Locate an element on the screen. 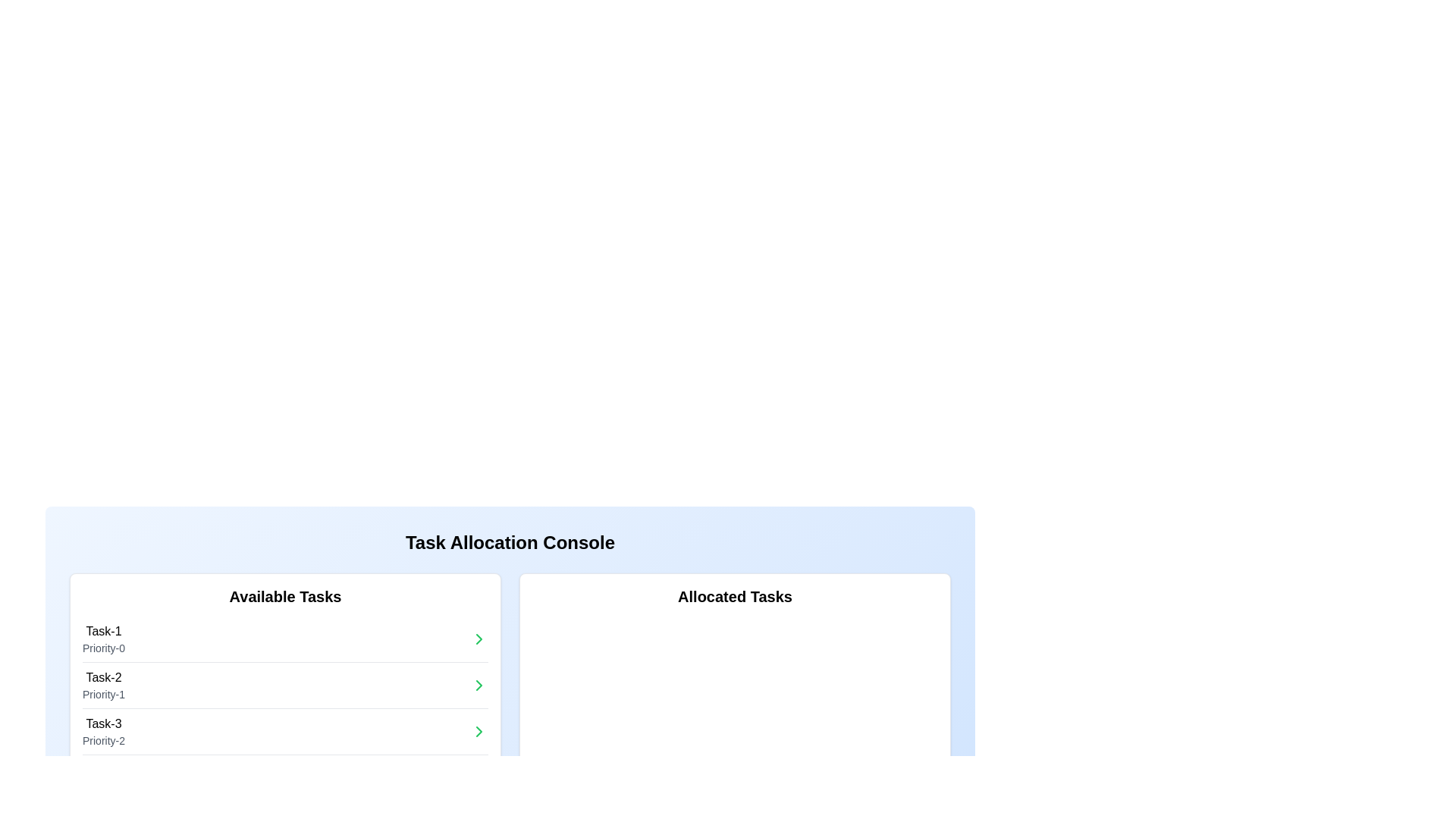  displayed text from the 'Task-3' and 'Priority-2' text label located at the bottom of the 'Available Tasks' section is located at coordinates (103, 730).